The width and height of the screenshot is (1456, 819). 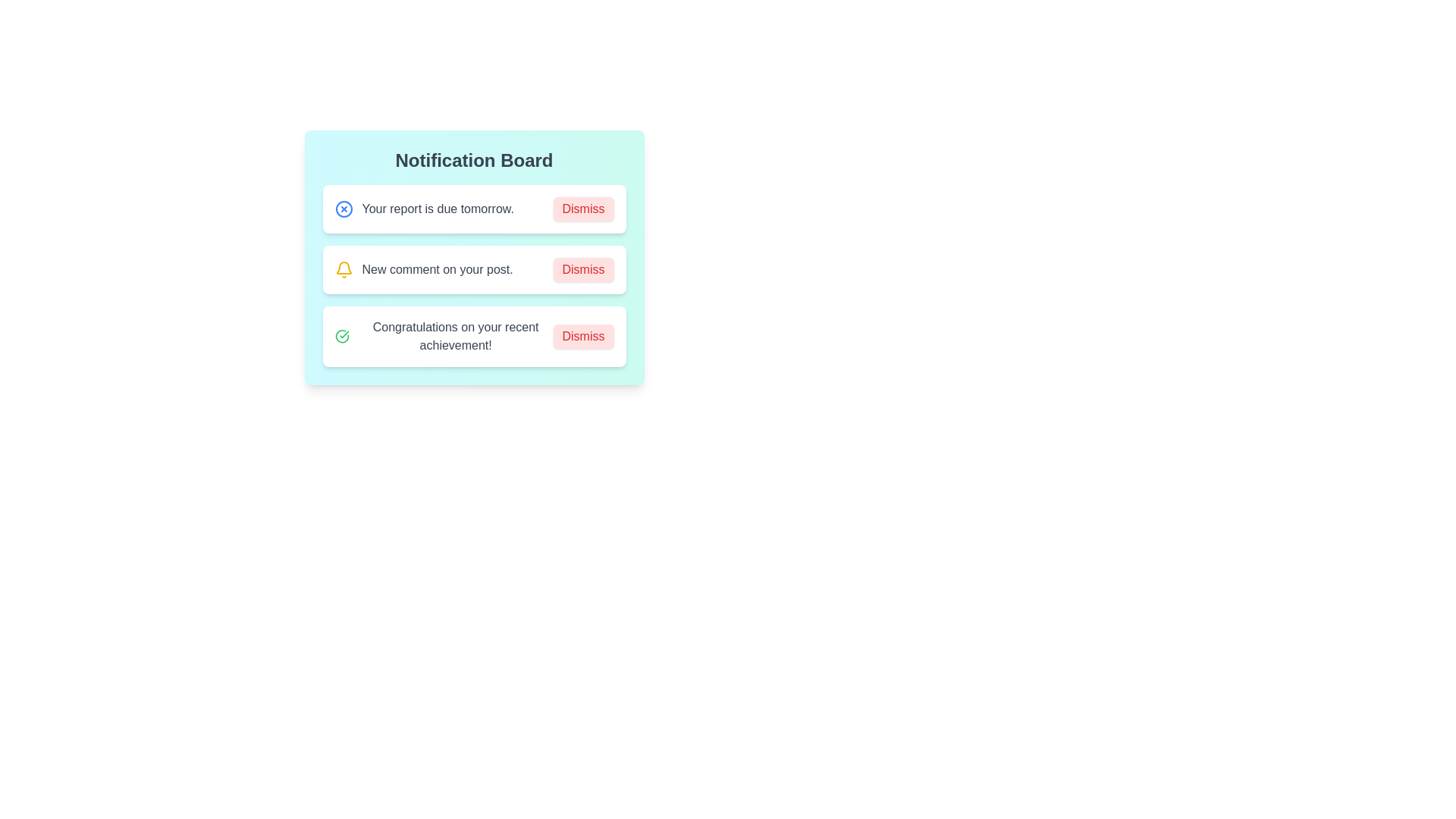 I want to click on the first notification to focus on its message, so click(x=473, y=209).